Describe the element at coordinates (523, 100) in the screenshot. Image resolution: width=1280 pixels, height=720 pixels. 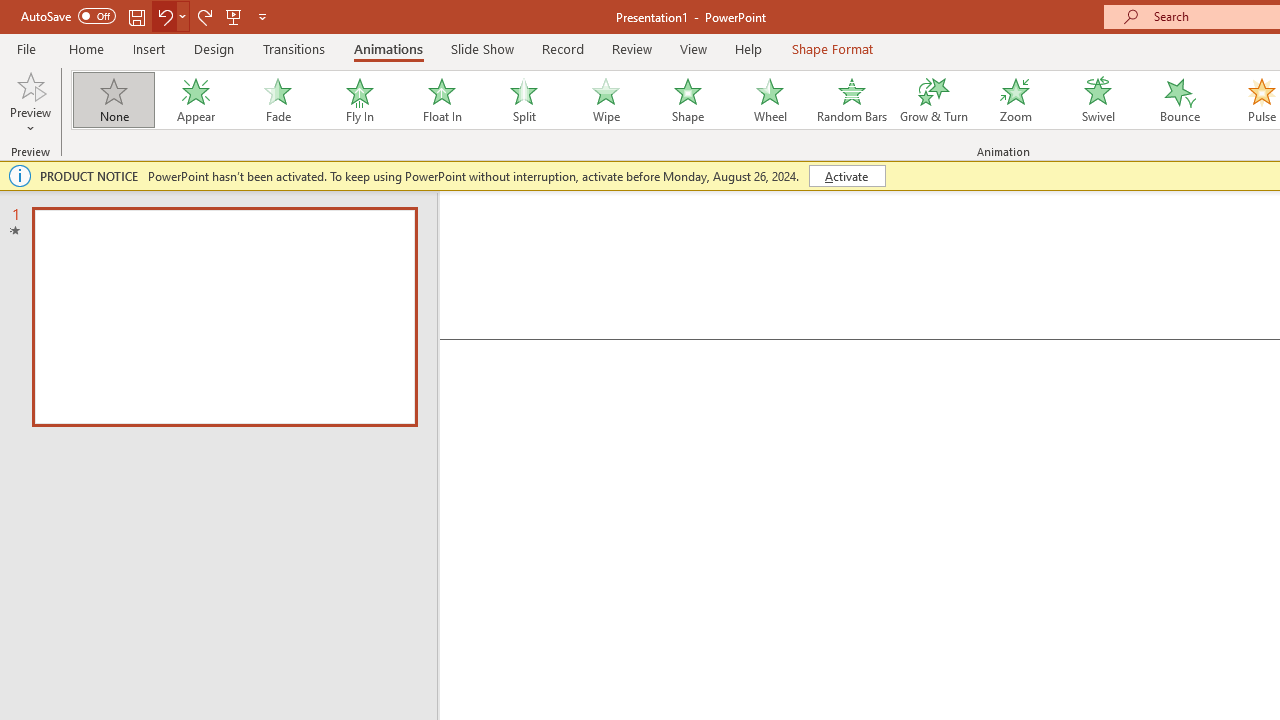
I see `'Split'` at that location.